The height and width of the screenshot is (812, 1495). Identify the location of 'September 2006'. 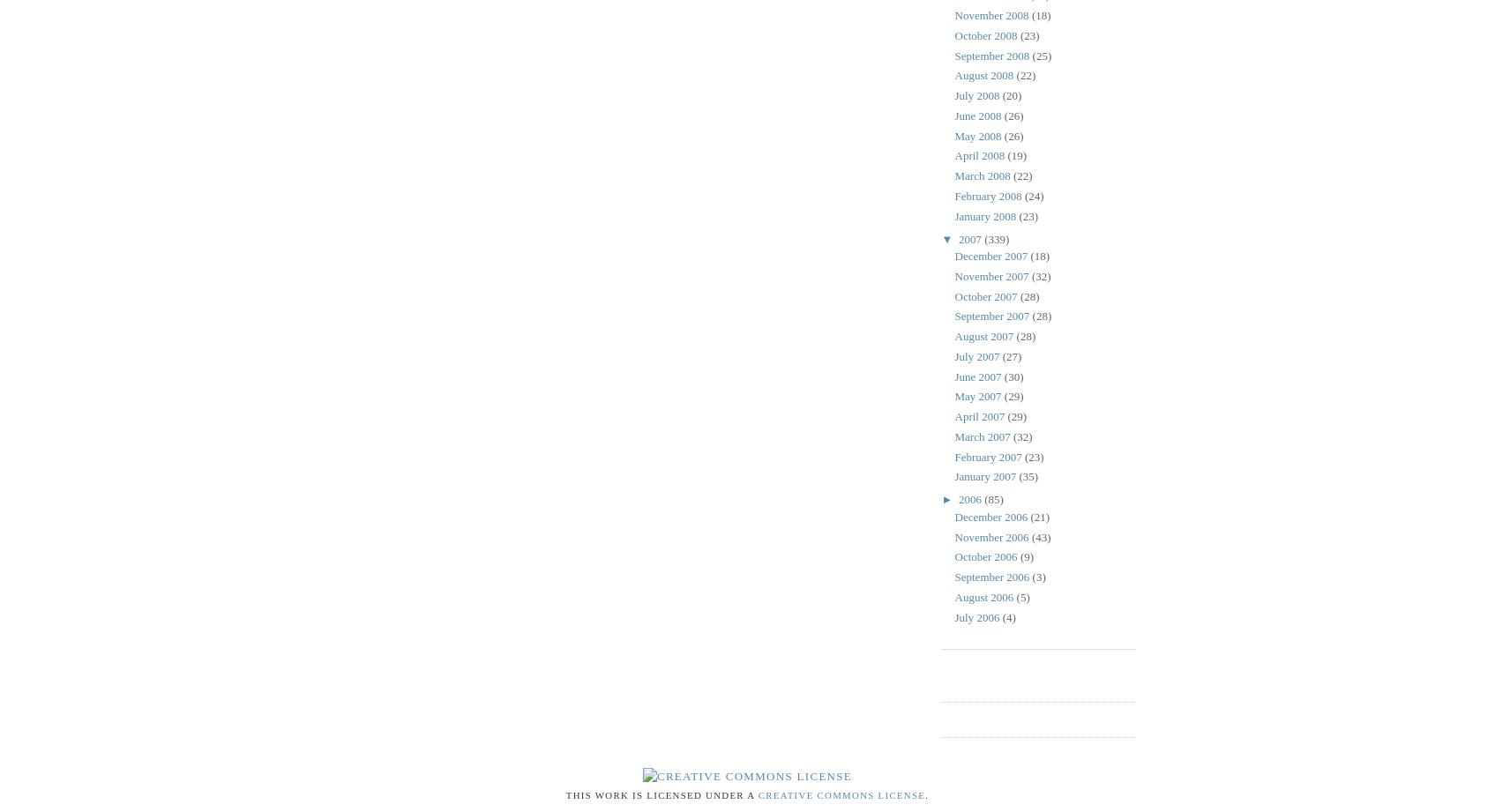
(991, 577).